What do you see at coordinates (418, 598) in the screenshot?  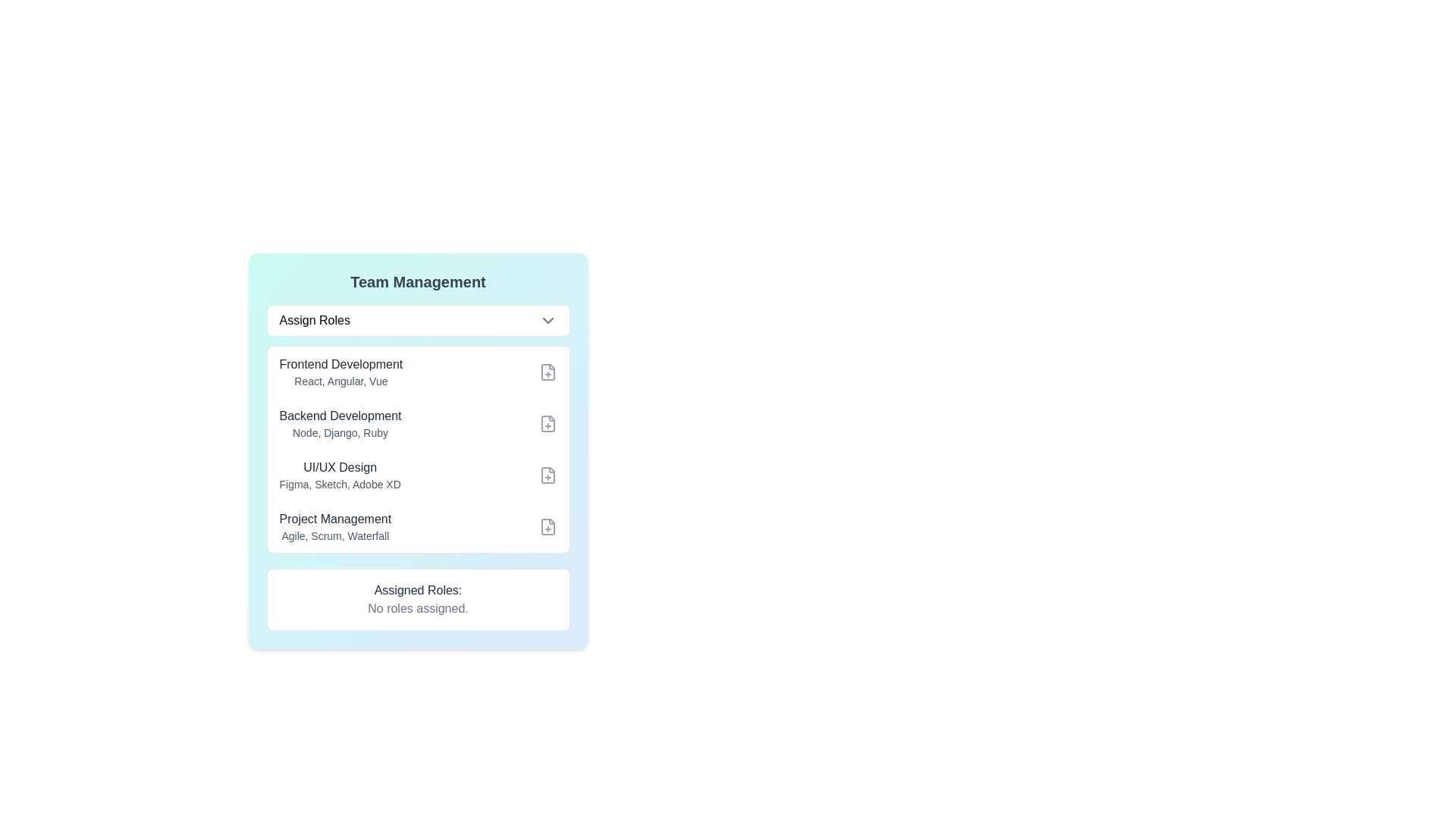 I see `the informational text box that displays 'Assigned Roles:' and 'No roles assigned.' located at the bottom of the 'Team Management' box` at bounding box center [418, 598].